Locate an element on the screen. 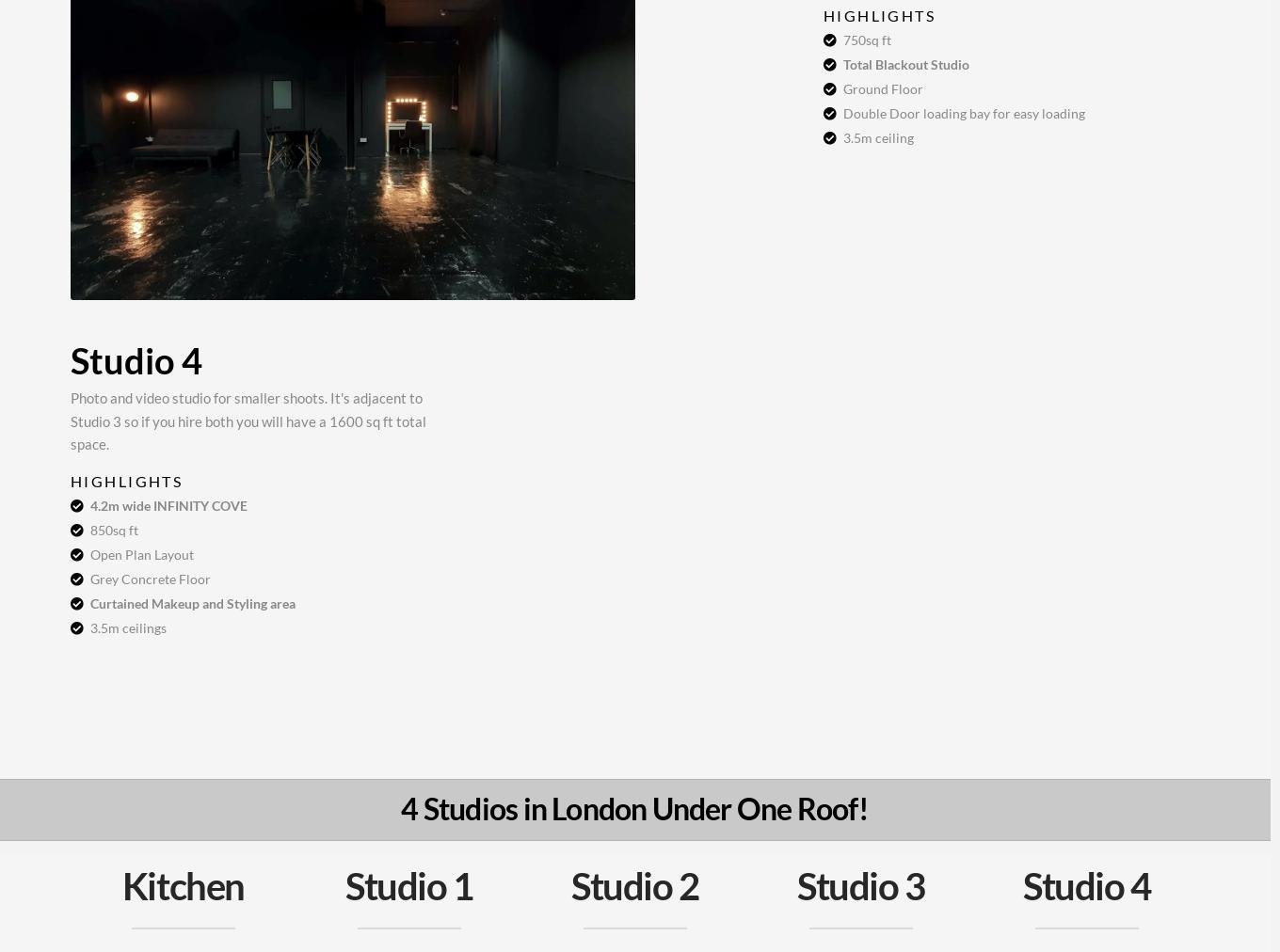  'Grey Concrete Floor' is located at coordinates (150, 577).